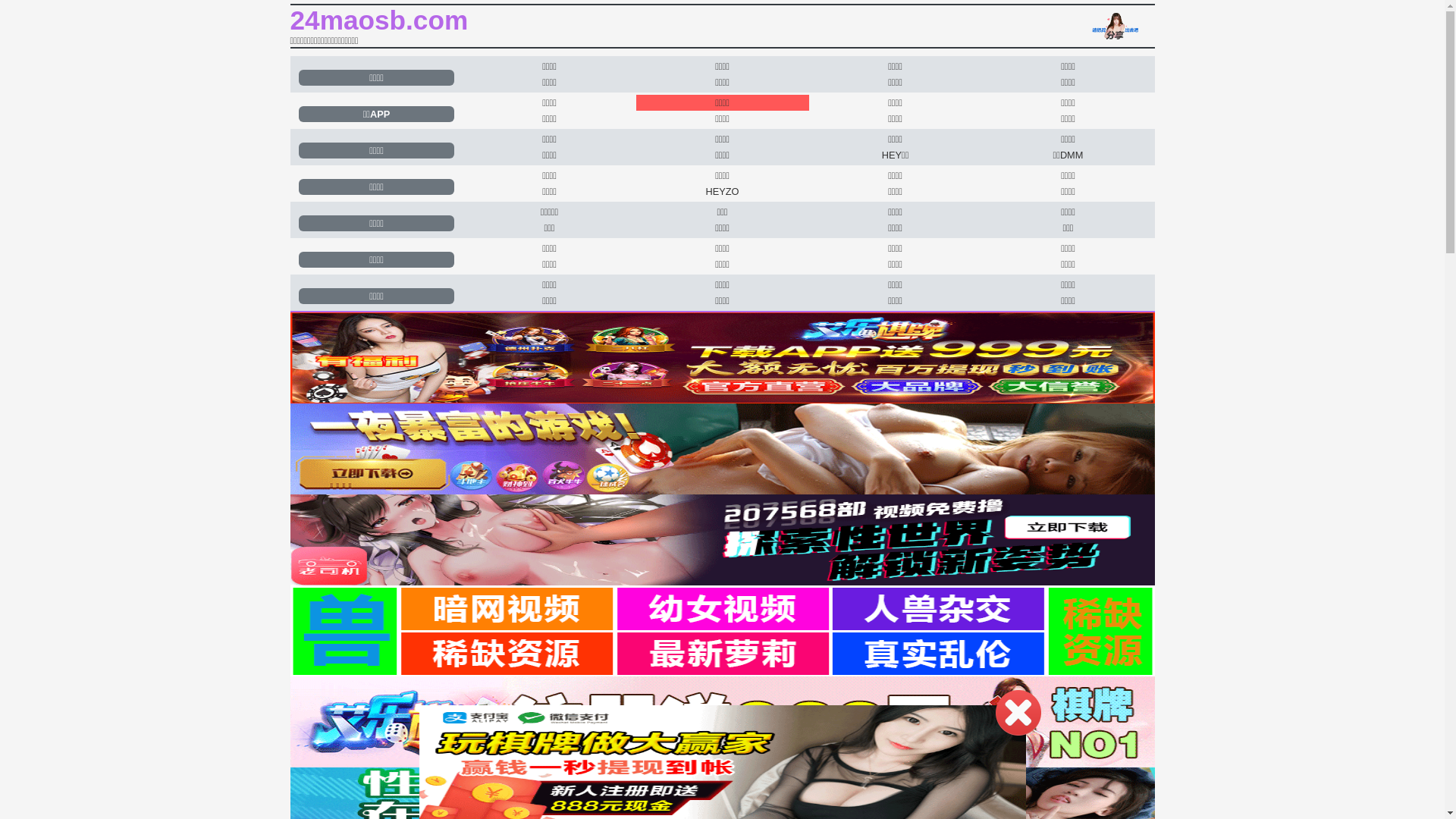 The width and height of the screenshot is (1456, 819). What do you see at coordinates (721, 190) in the screenshot?
I see `'HEYZO'` at bounding box center [721, 190].